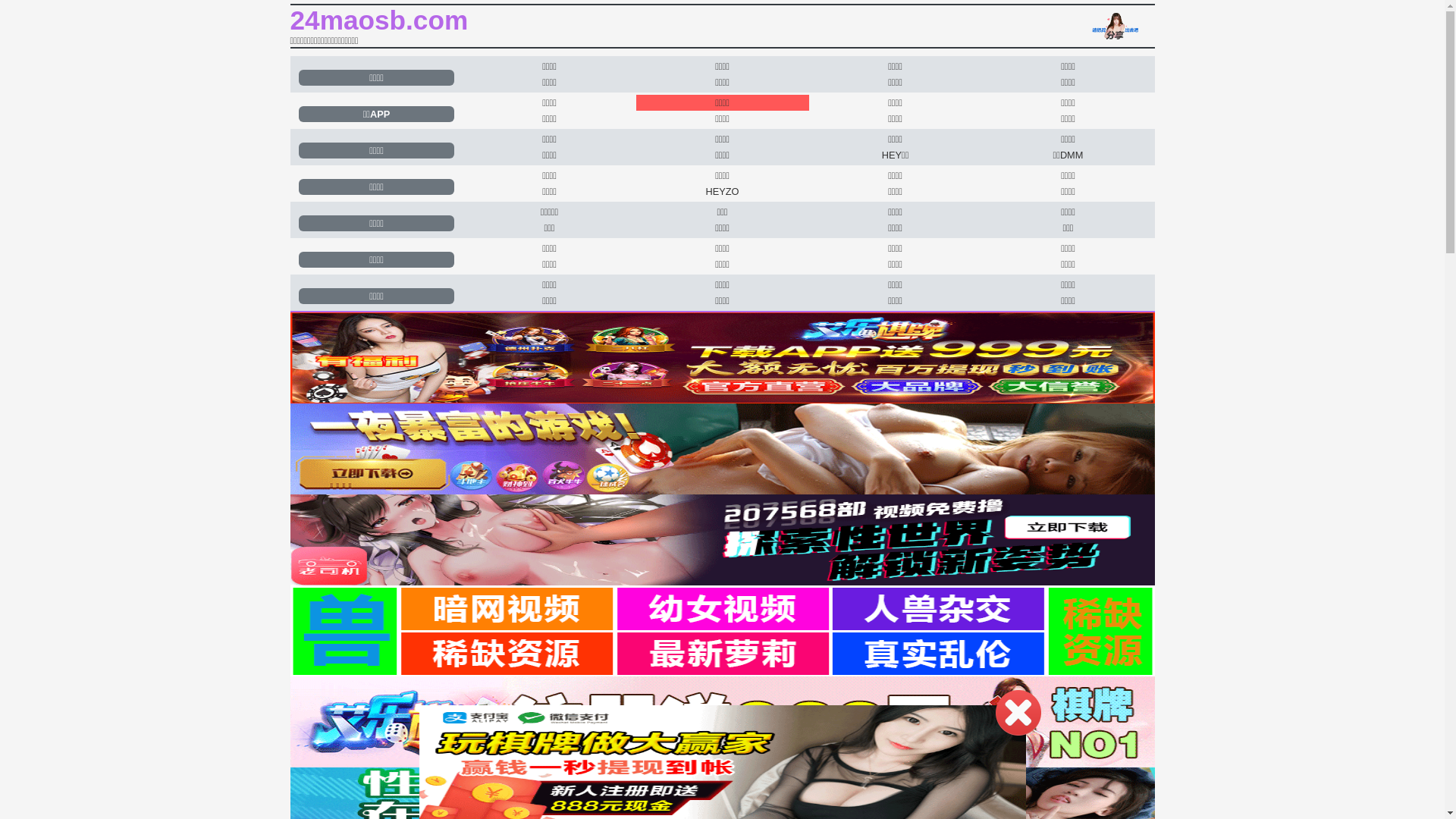 The width and height of the screenshot is (1456, 819). What do you see at coordinates (721, 190) in the screenshot?
I see `'HEYZO'` at bounding box center [721, 190].